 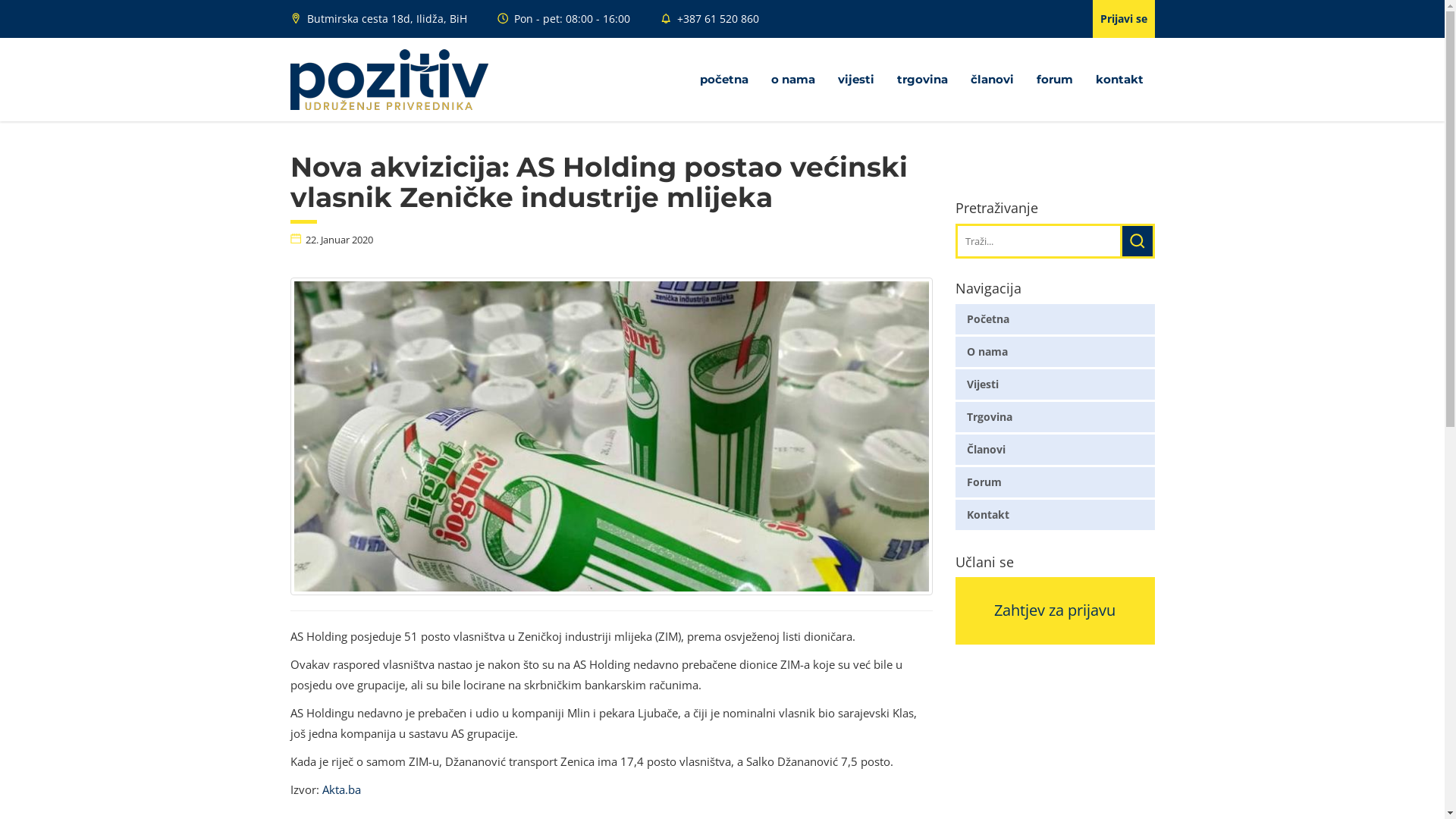 I want to click on 'Prijavi se', so click(x=1123, y=18).